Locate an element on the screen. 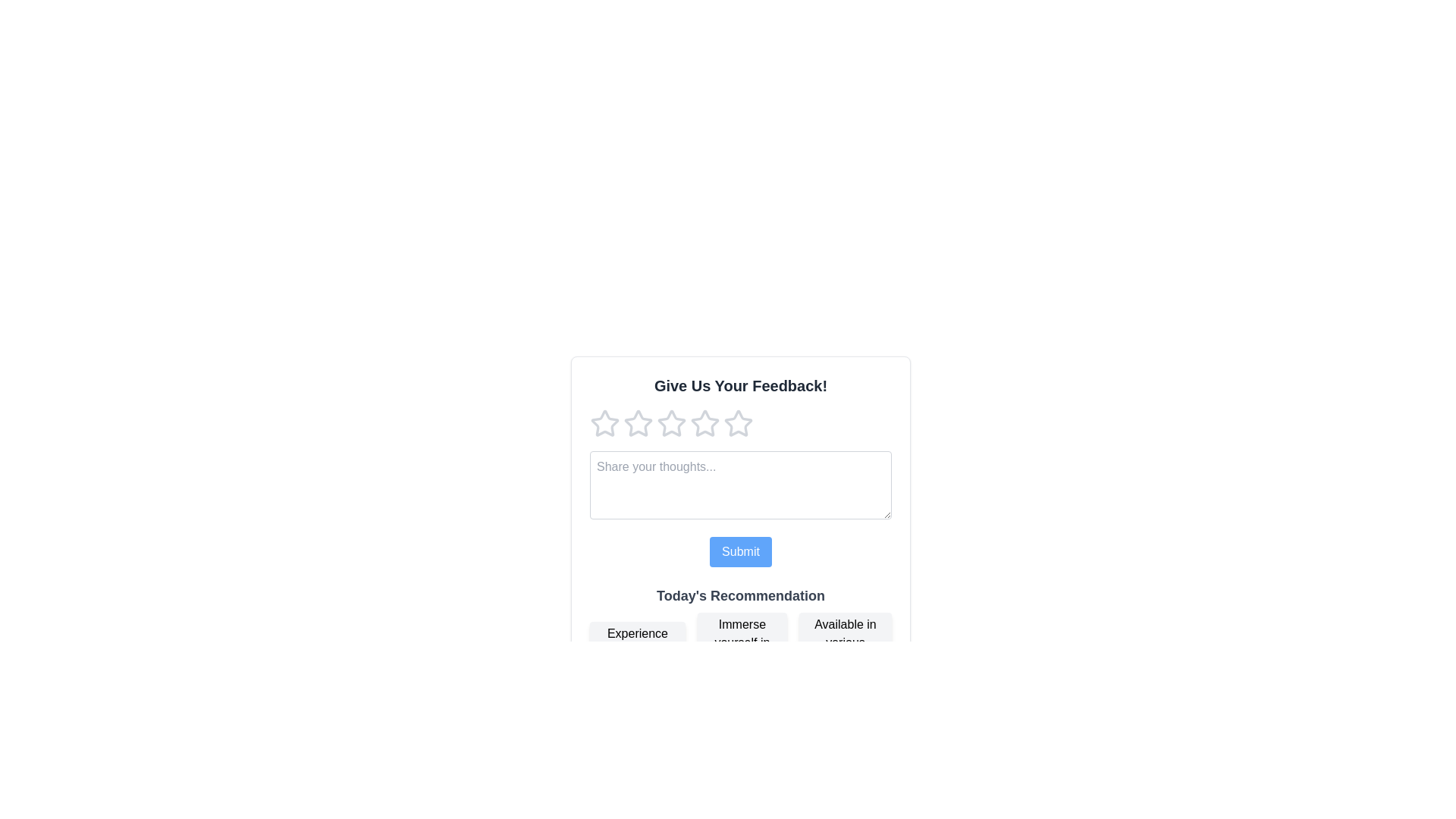 This screenshot has width=1456, height=819. the third star icon in the rating section is located at coordinates (704, 423).